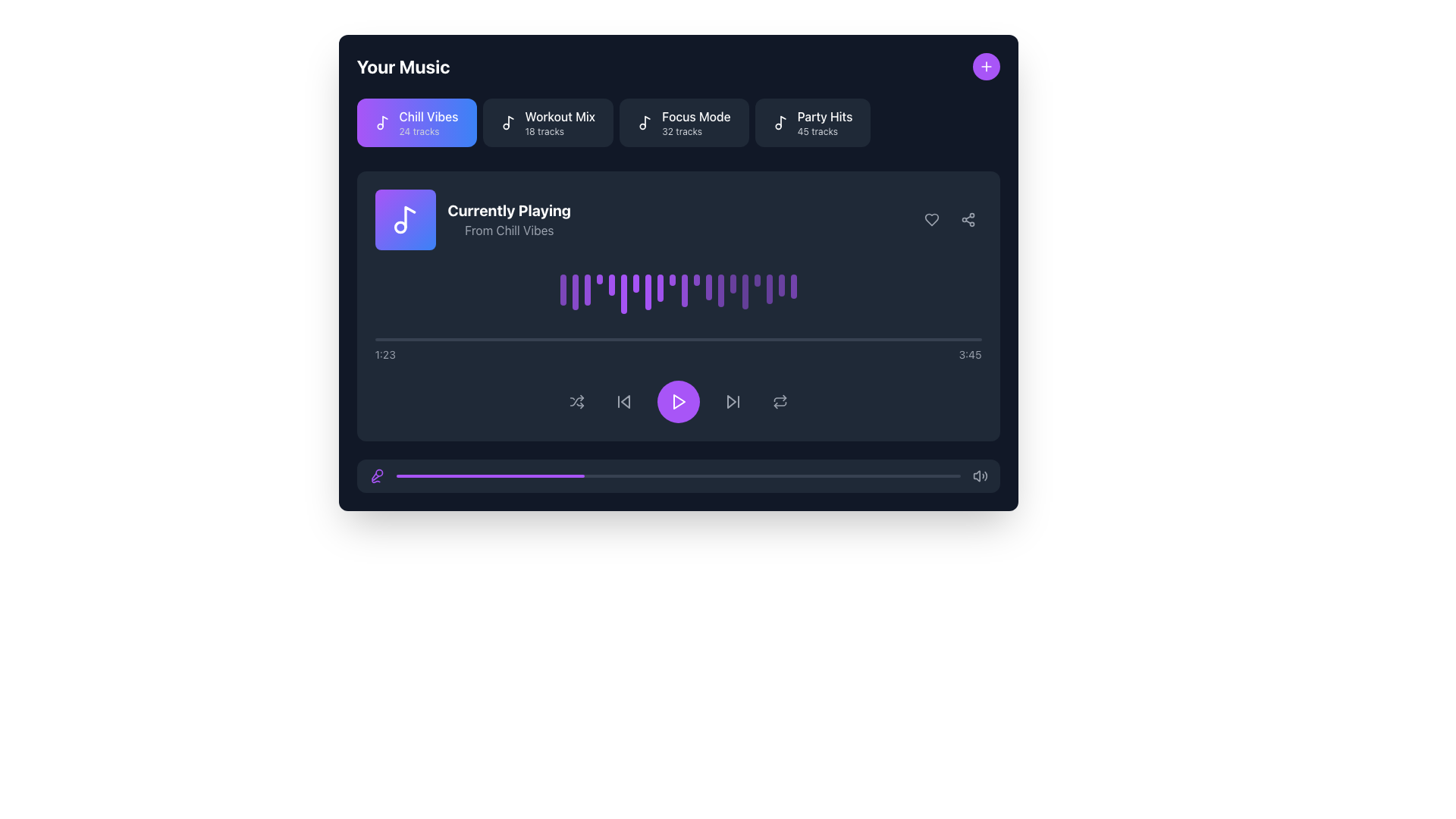  Describe the element at coordinates (930, 219) in the screenshot. I see `the heart icon button in the top-right corner of the player interface` at that location.